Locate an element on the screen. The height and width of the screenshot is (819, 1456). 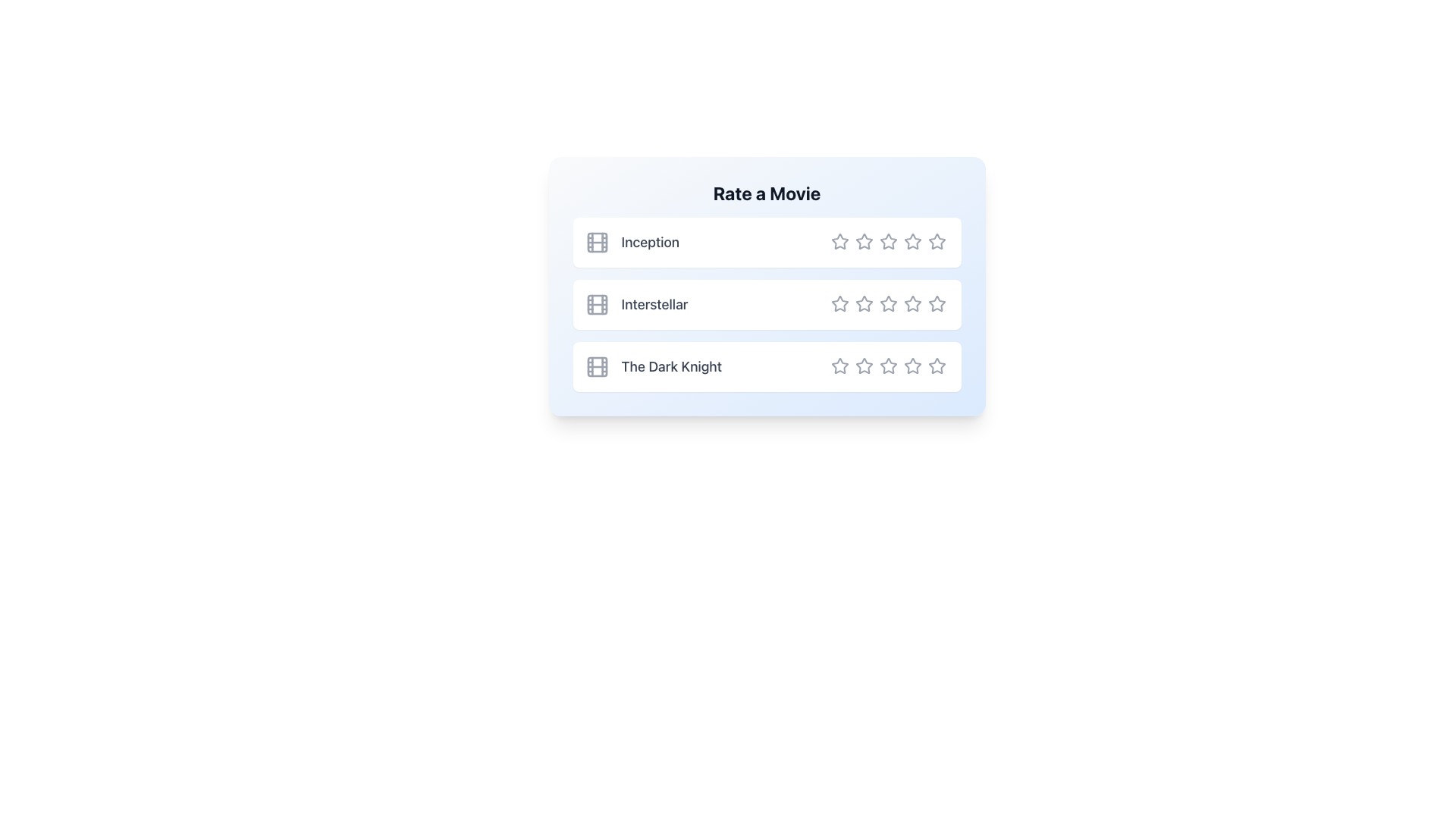
the third star icon in the row for rating the movie 'Interstellar' as part of a rating system is located at coordinates (839, 304).